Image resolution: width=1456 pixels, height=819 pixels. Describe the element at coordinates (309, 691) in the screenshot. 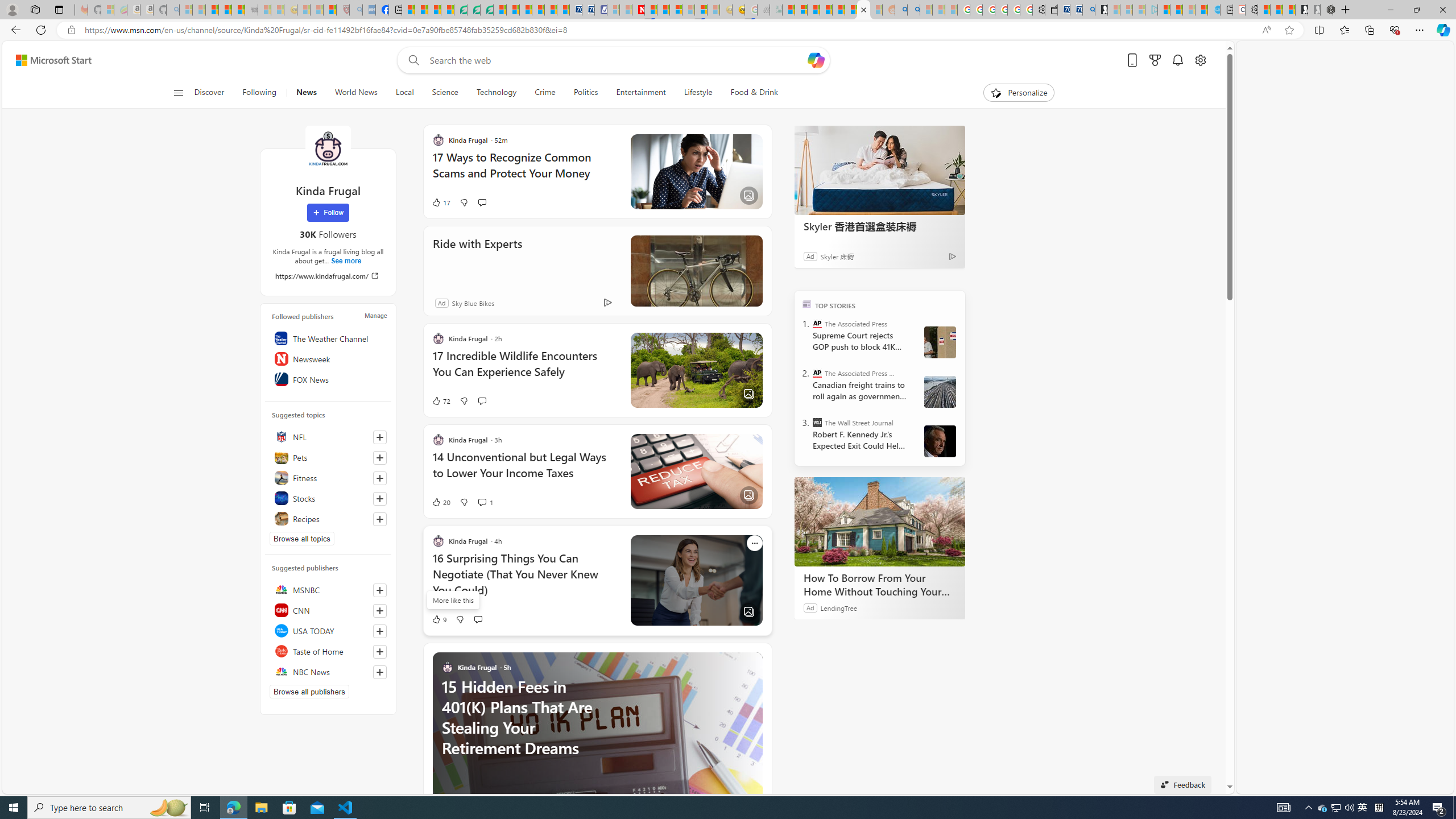

I see `'Browse all publishers'` at that location.